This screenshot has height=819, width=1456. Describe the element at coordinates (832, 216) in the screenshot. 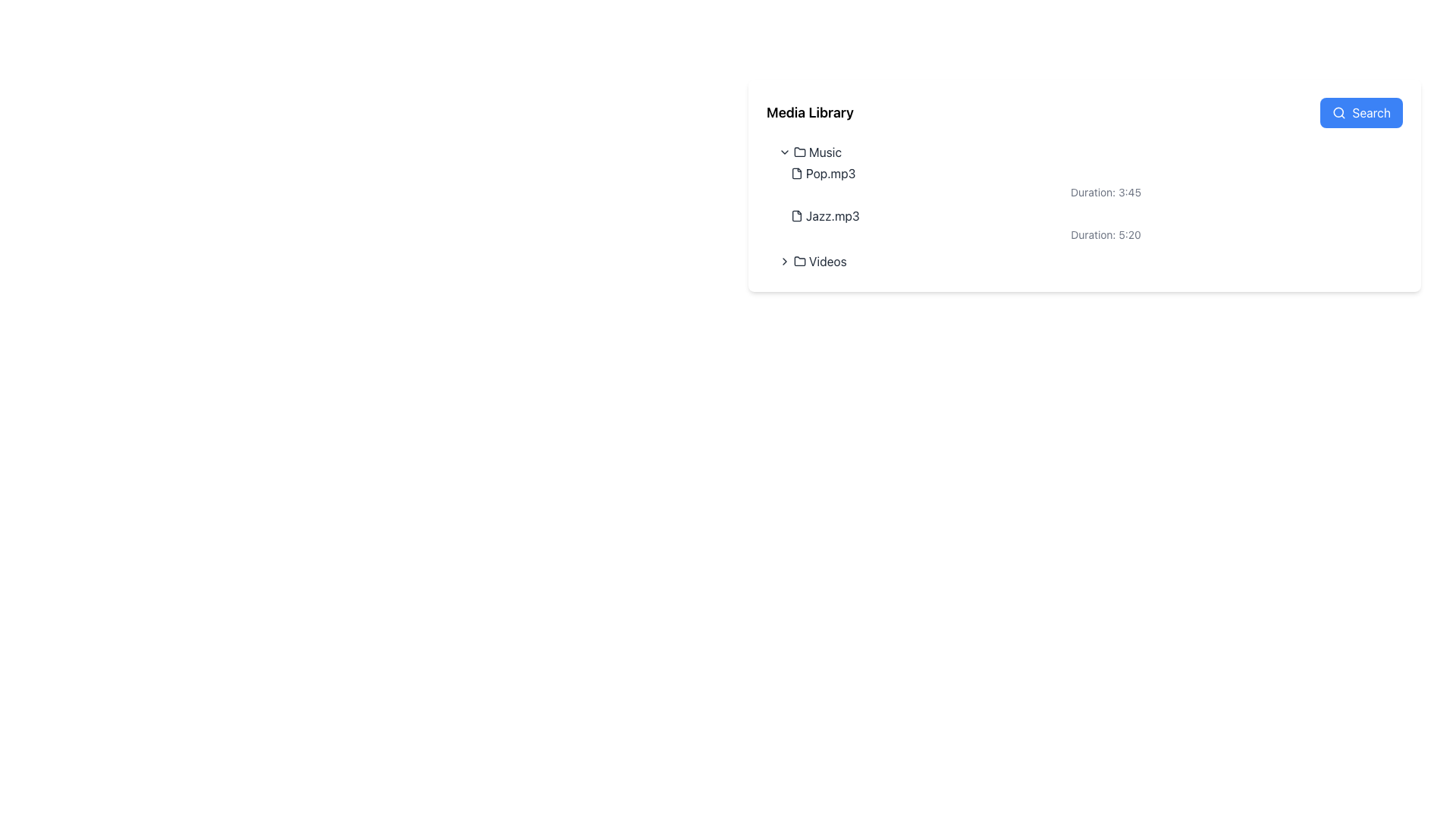

I see `the text label displaying 'Jazz.mp3'` at that location.